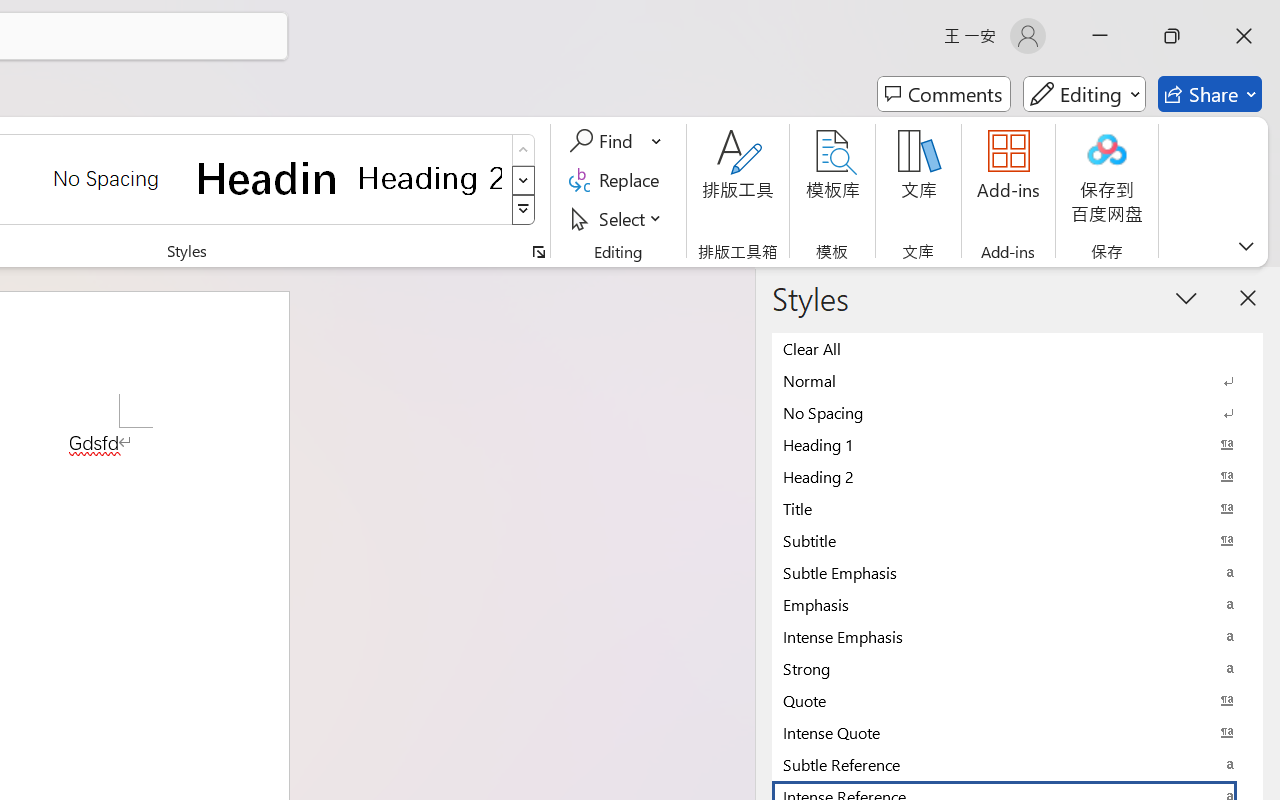  I want to click on 'Subtle Reference', so click(1017, 764).